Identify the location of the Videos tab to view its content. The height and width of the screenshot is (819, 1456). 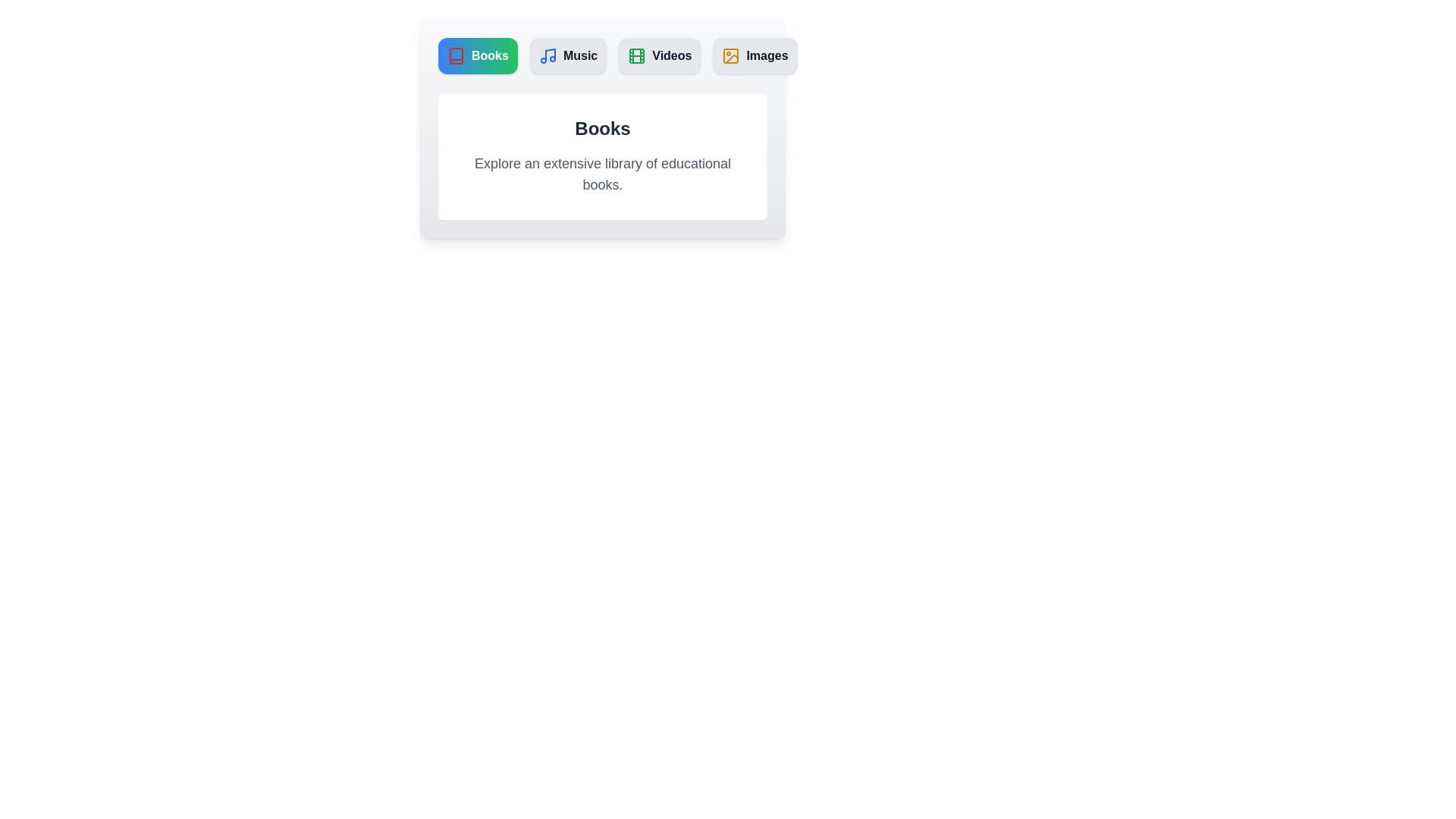
(660, 55).